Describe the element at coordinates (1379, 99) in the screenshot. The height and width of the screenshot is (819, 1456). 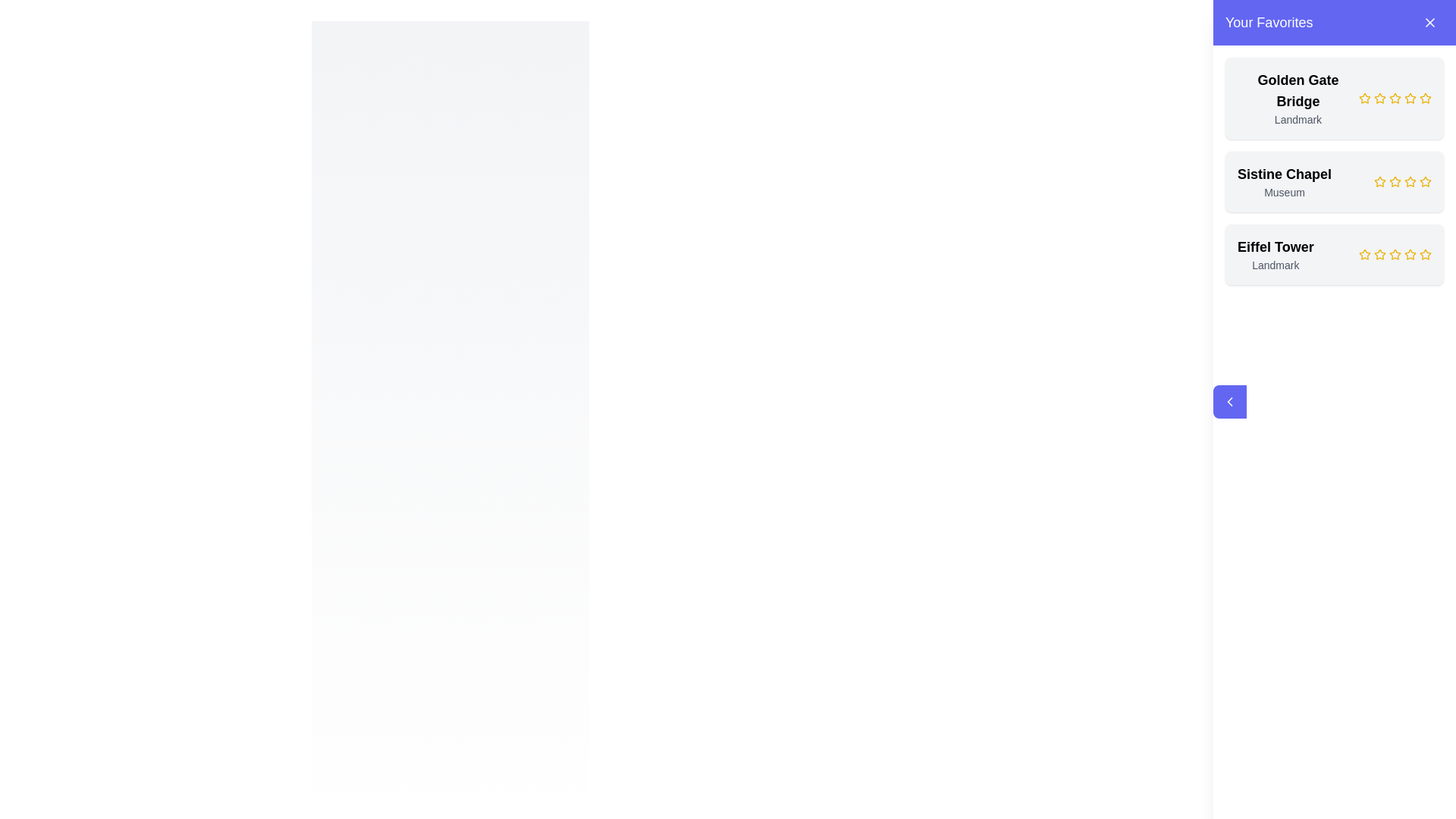
I see `the first star in the row of five stars under the title 'Golden Gate Bridge' in the 'Your Favorites' section` at that location.